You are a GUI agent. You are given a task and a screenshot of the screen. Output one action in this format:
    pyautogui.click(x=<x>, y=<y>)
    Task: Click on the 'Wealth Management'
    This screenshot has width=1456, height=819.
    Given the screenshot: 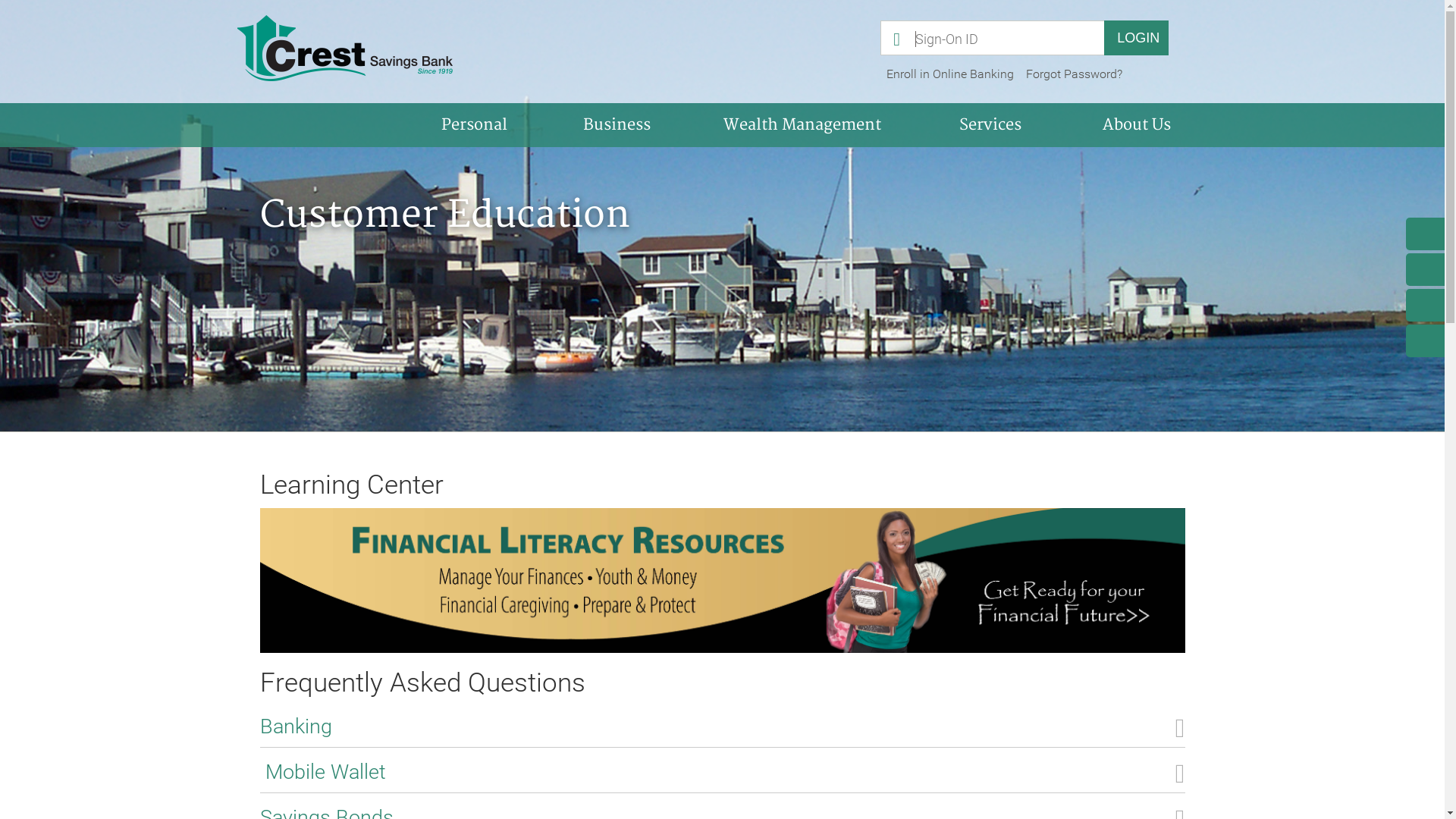 What is the action you would take?
    pyautogui.click(x=801, y=124)
    